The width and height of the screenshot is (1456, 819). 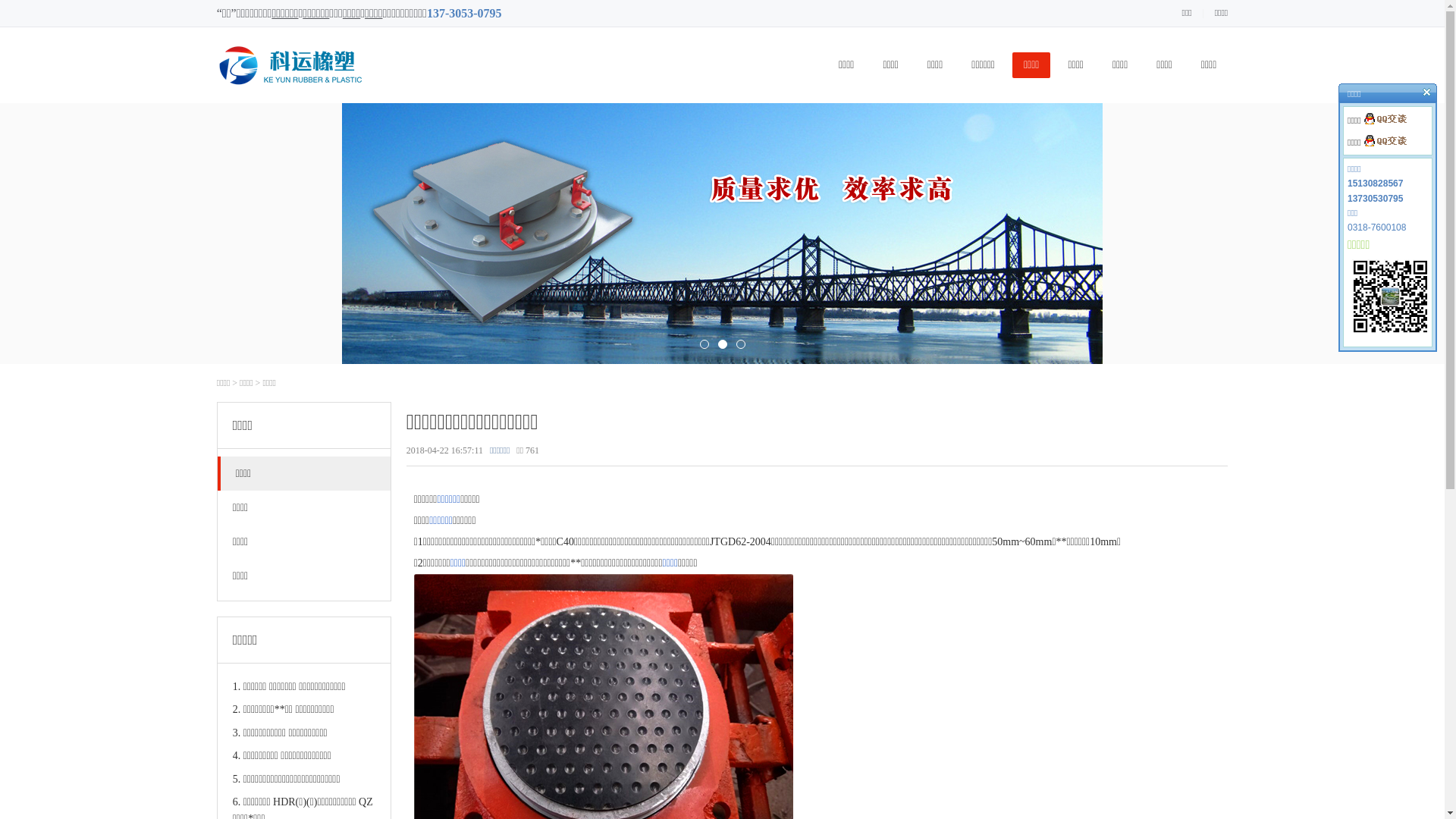 What do you see at coordinates (1390, 296) in the screenshot?
I see `'1510717705110961.jpg'` at bounding box center [1390, 296].